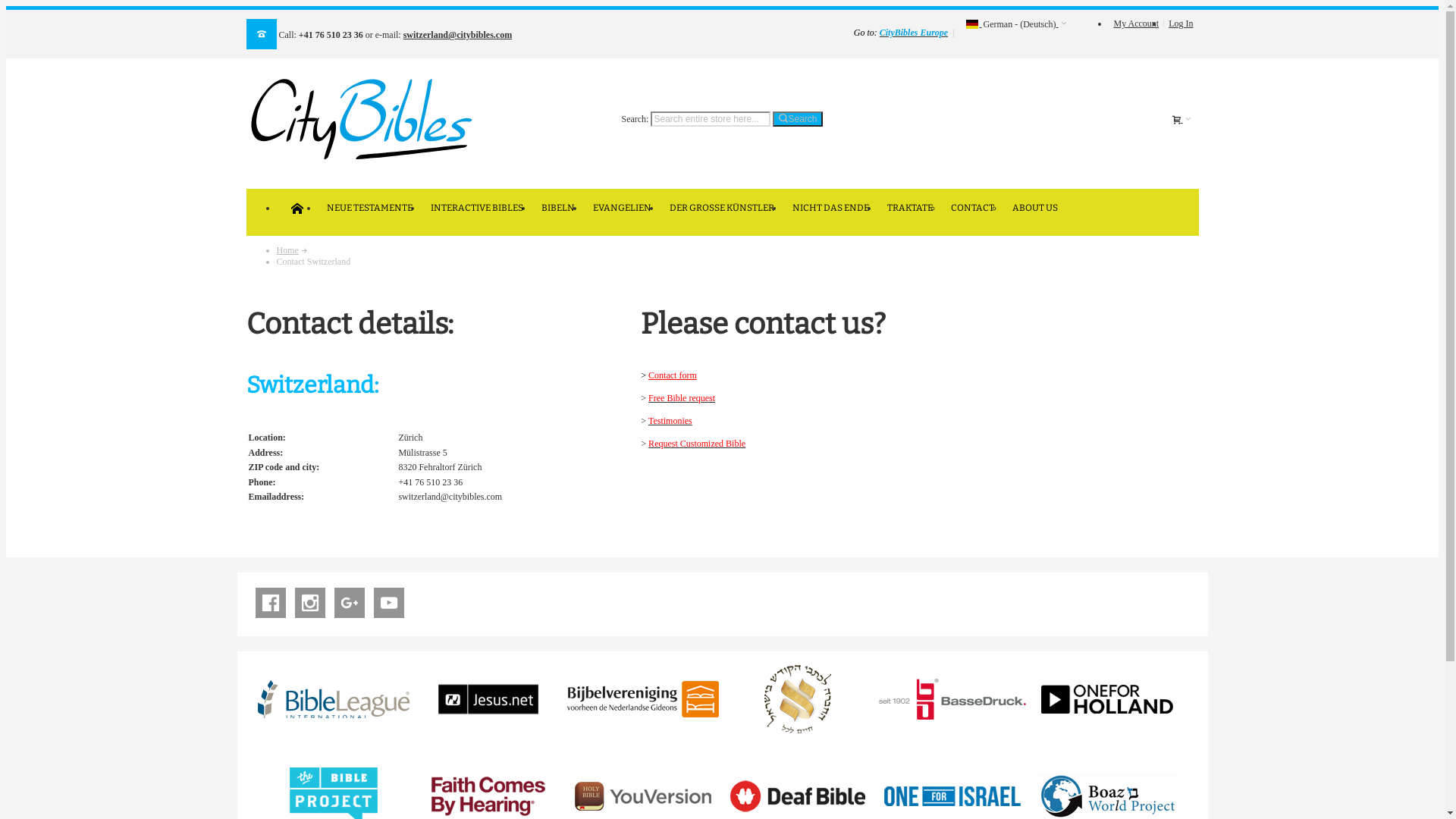  I want to click on 'CityBibles.com', so click(359, 118).